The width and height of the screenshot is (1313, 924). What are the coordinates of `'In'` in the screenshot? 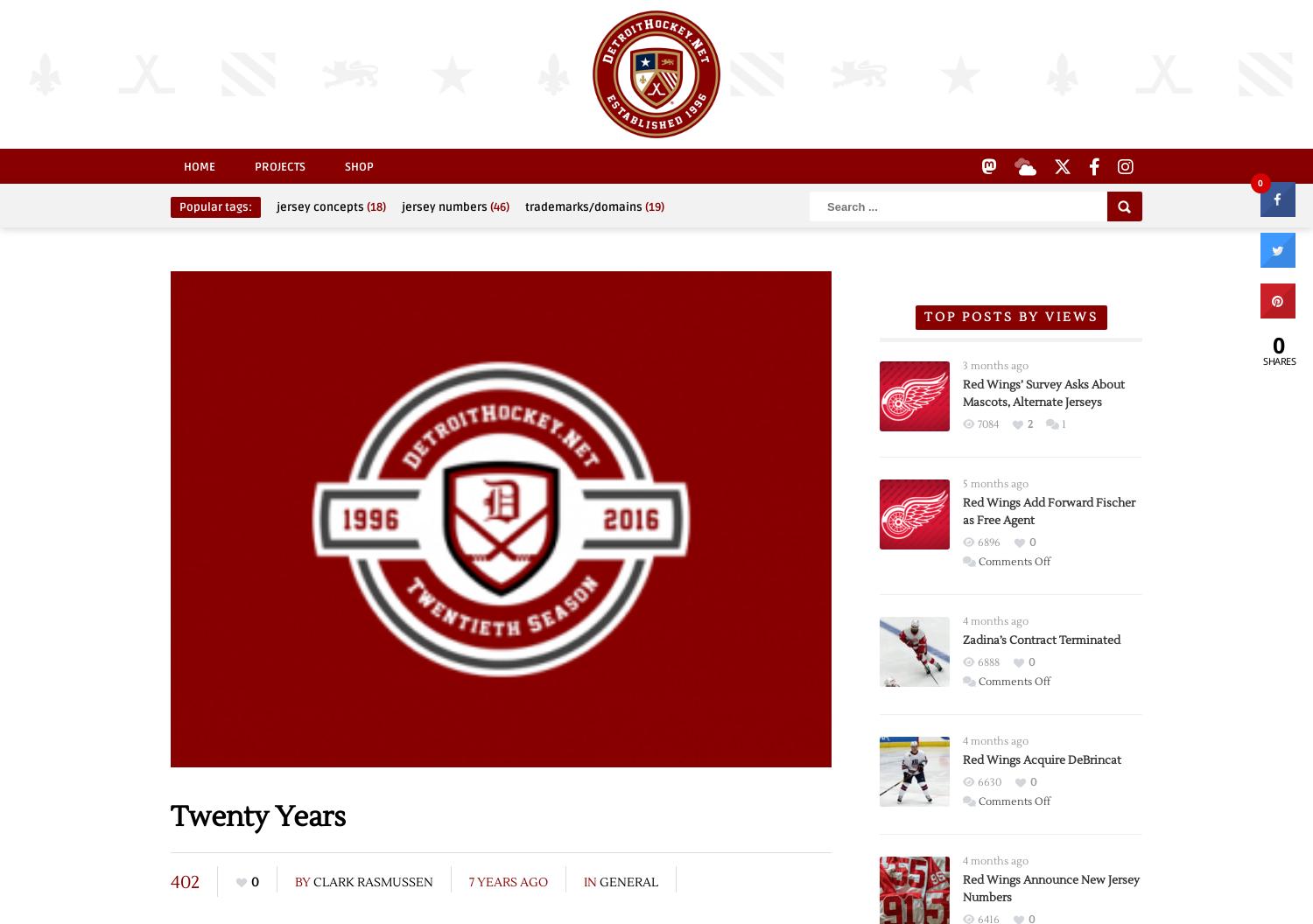 It's located at (592, 880).